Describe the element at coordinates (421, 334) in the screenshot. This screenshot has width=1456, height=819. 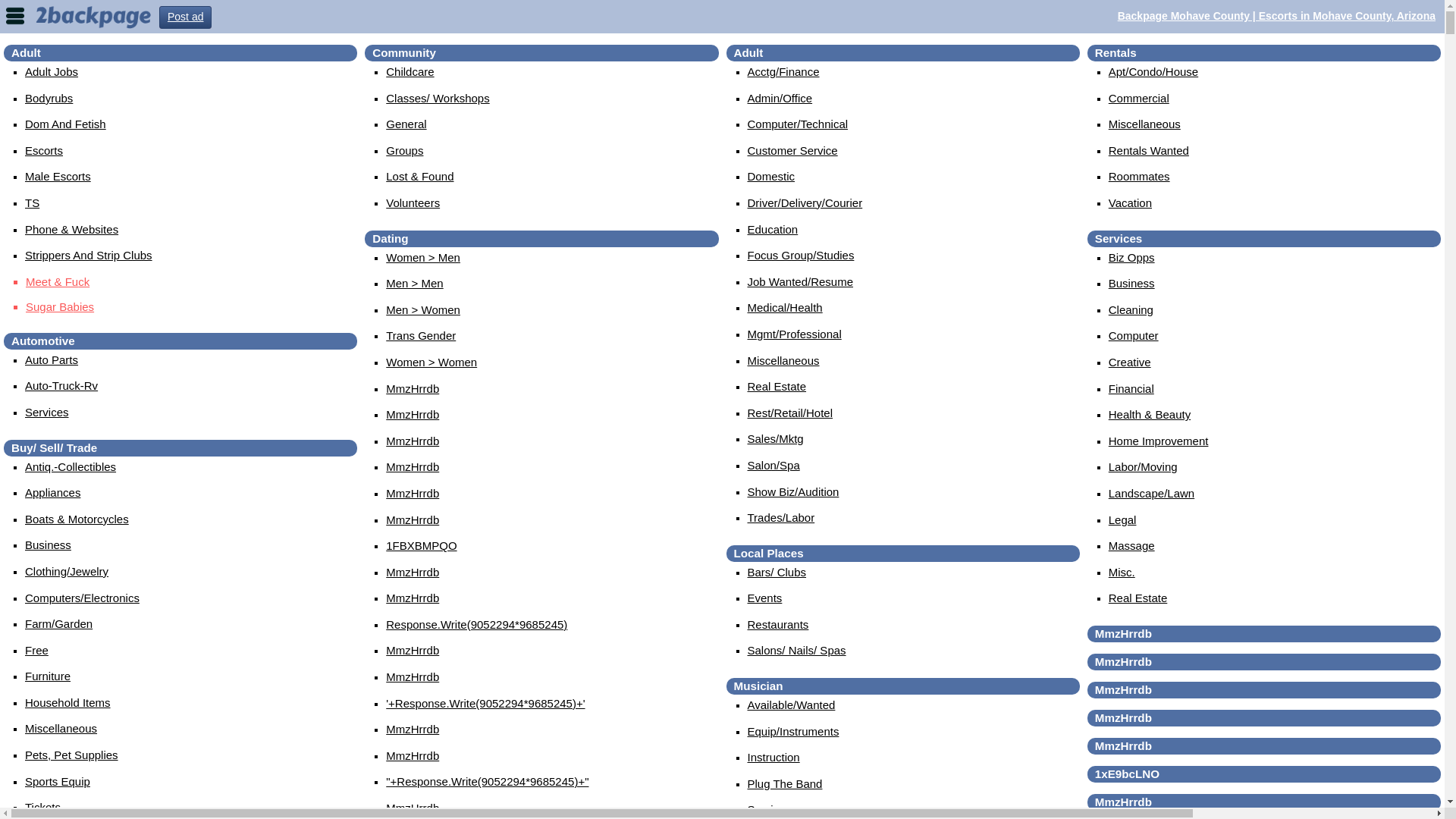
I see `'Trans Gender'` at that location.